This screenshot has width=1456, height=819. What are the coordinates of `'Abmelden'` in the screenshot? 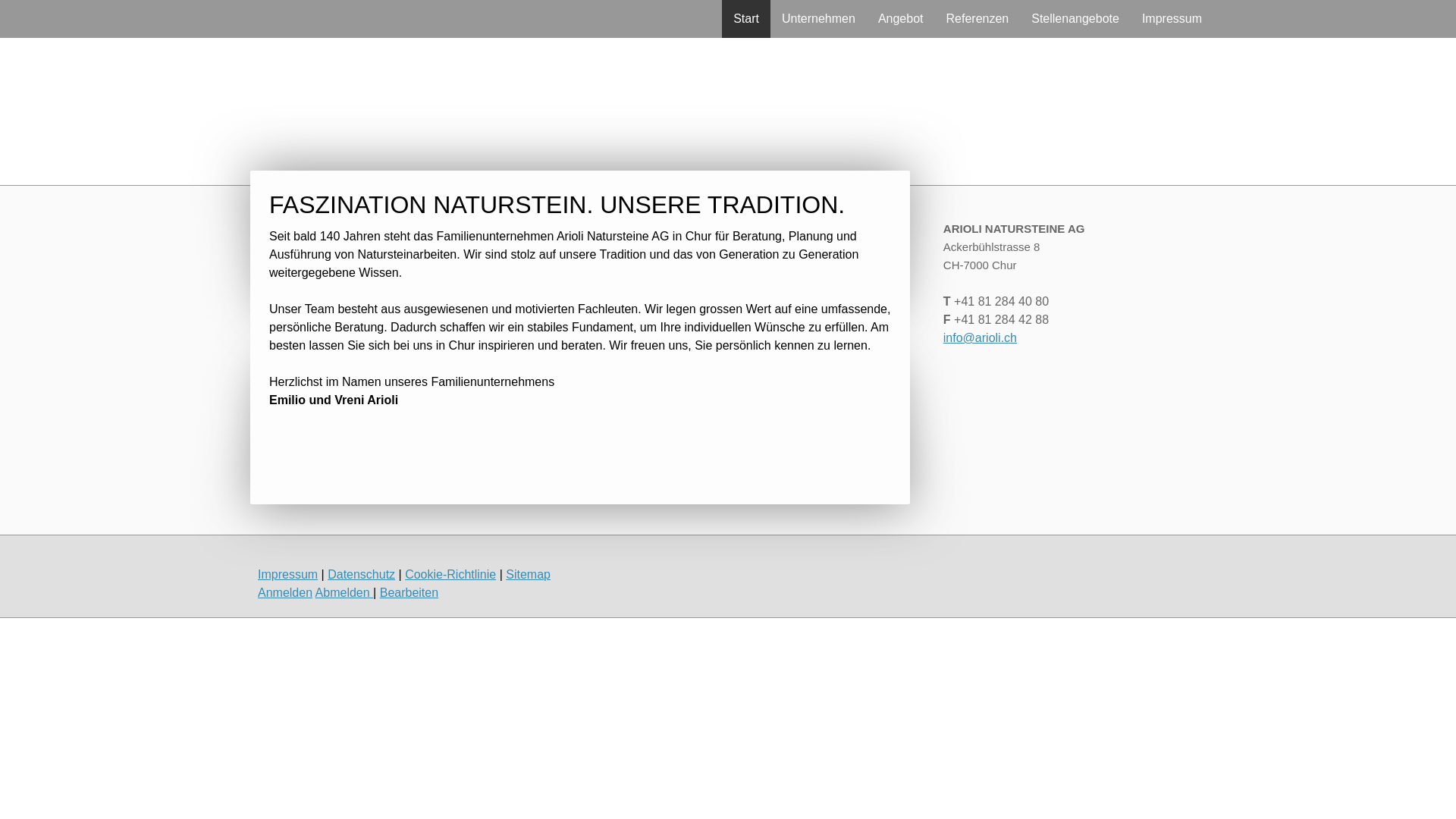 It's located at (344, 591).